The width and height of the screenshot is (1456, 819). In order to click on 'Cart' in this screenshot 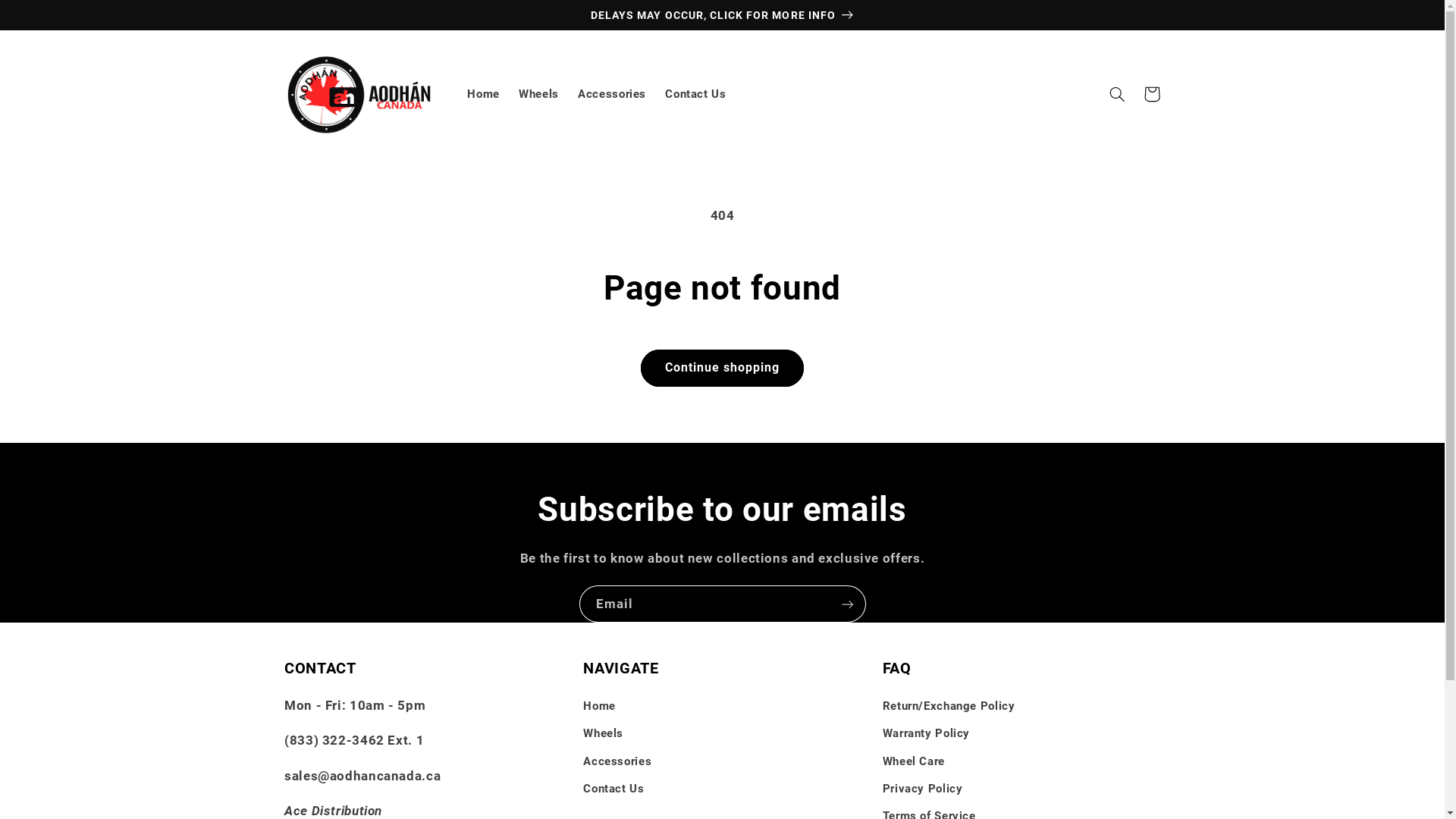, I will do `click(1151, 93)`.